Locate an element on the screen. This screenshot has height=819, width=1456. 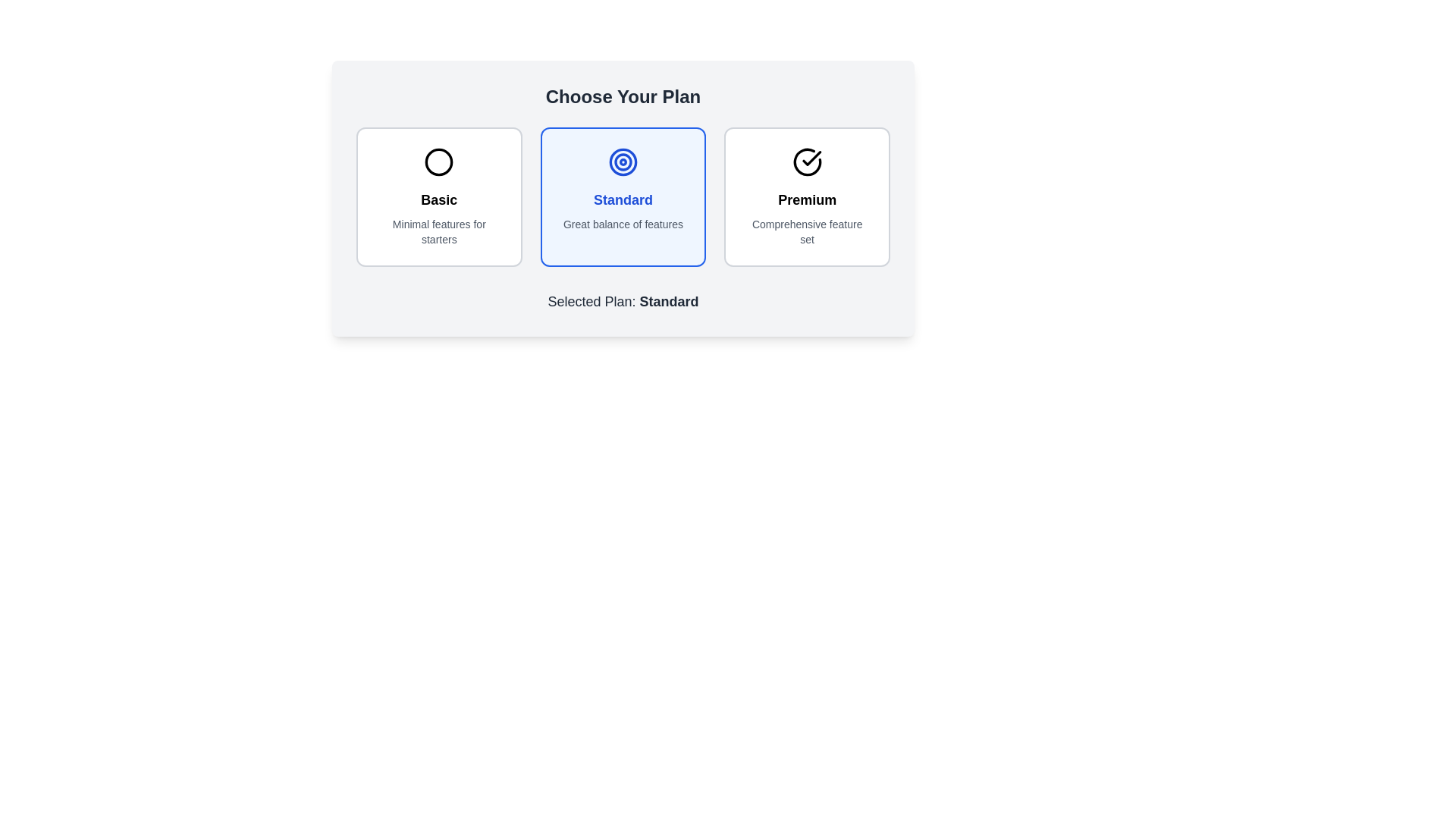
the checkmark icon indicating the selection state of the 'Premium' plan, which is located in the circular outline on the rightmost segment of the three horizontally arranged selectable plans is located at coordinates (811, 158).